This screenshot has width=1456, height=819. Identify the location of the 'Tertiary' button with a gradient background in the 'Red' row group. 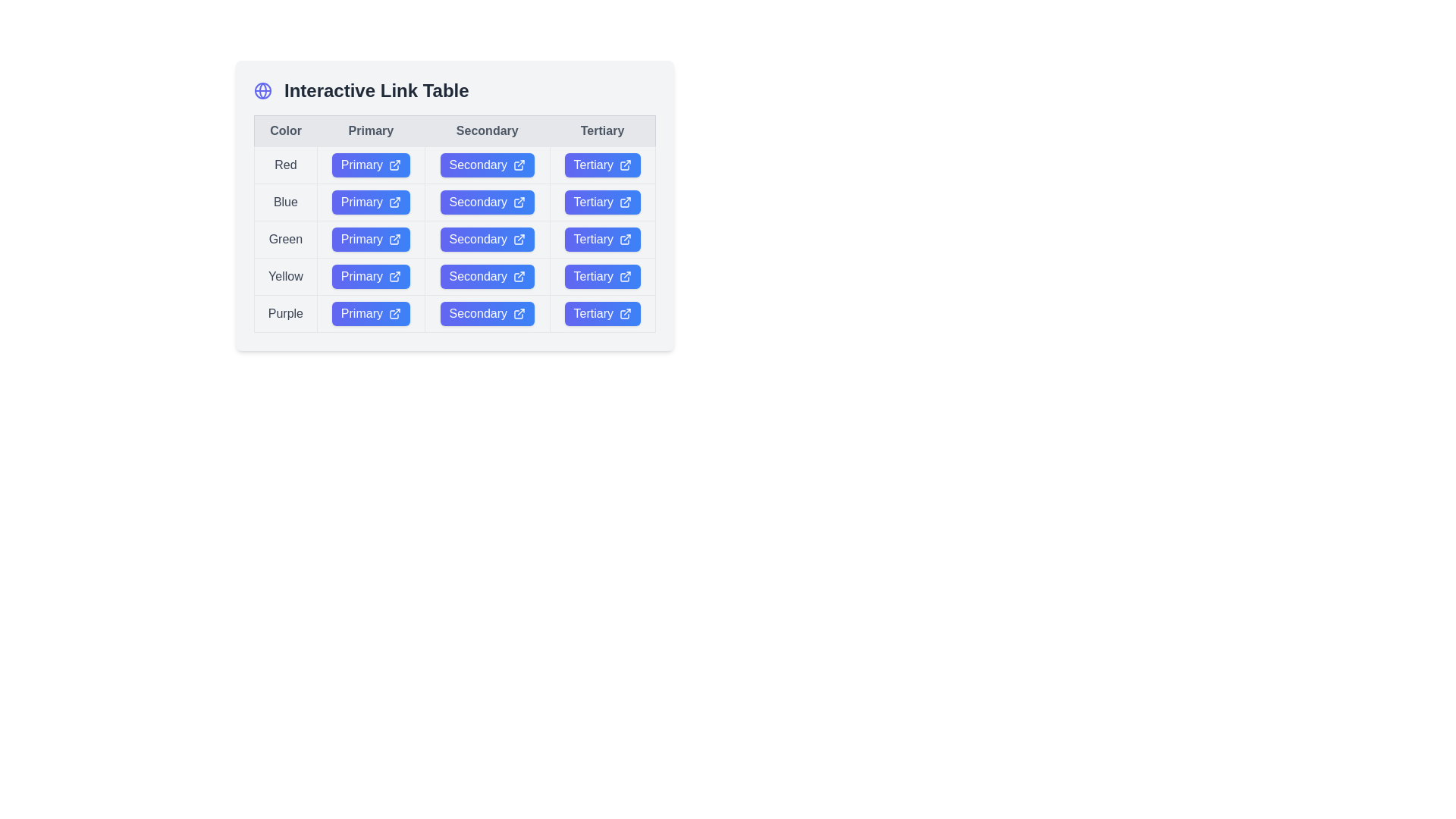
(601, 165).